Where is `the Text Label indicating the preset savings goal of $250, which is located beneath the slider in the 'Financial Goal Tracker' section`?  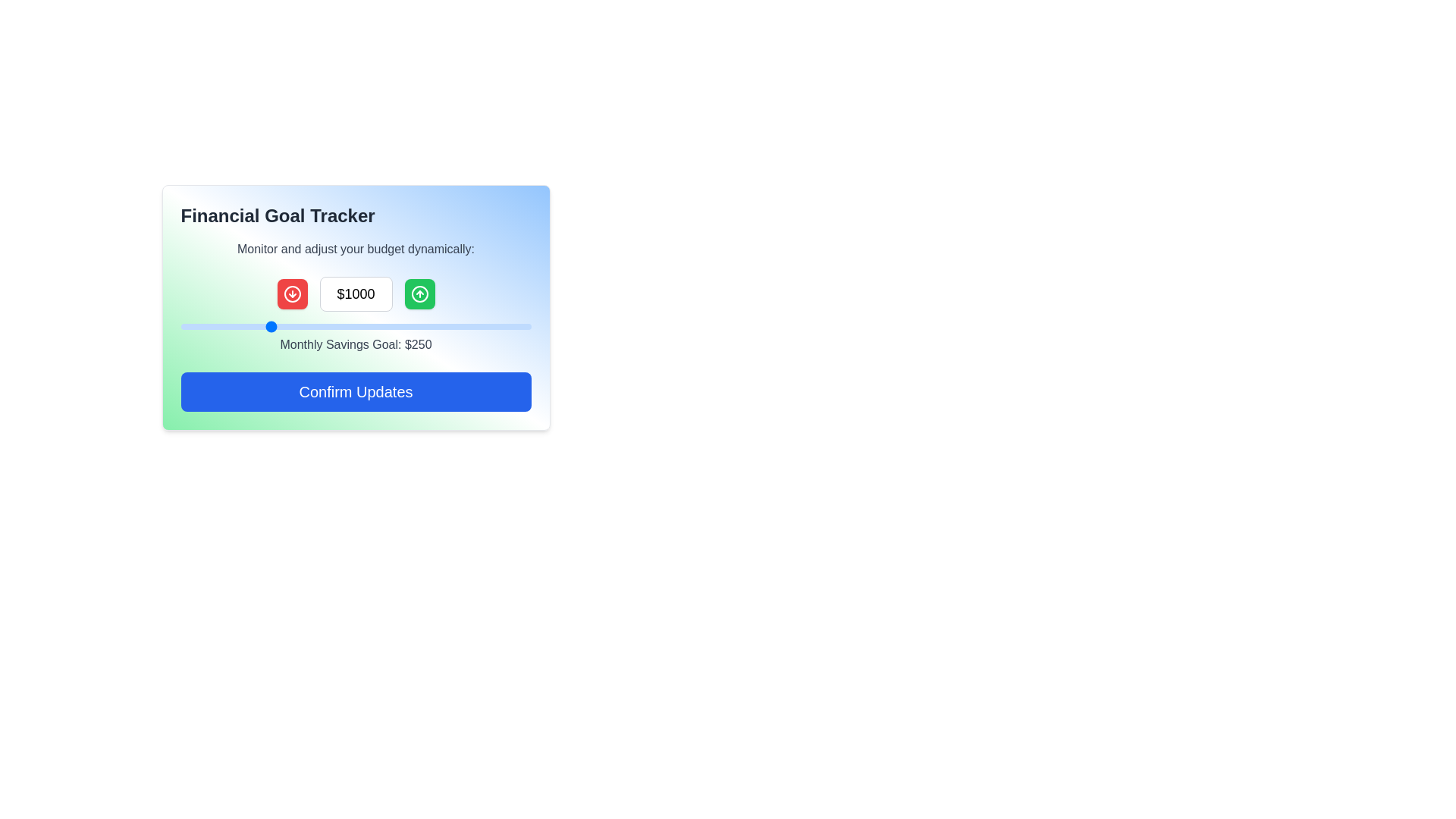
the Text Label indicating the preset savings goal of $250, which is located beneath the slider in the 'Financial Goal Tracker' section is located at coordinates (355, 315).